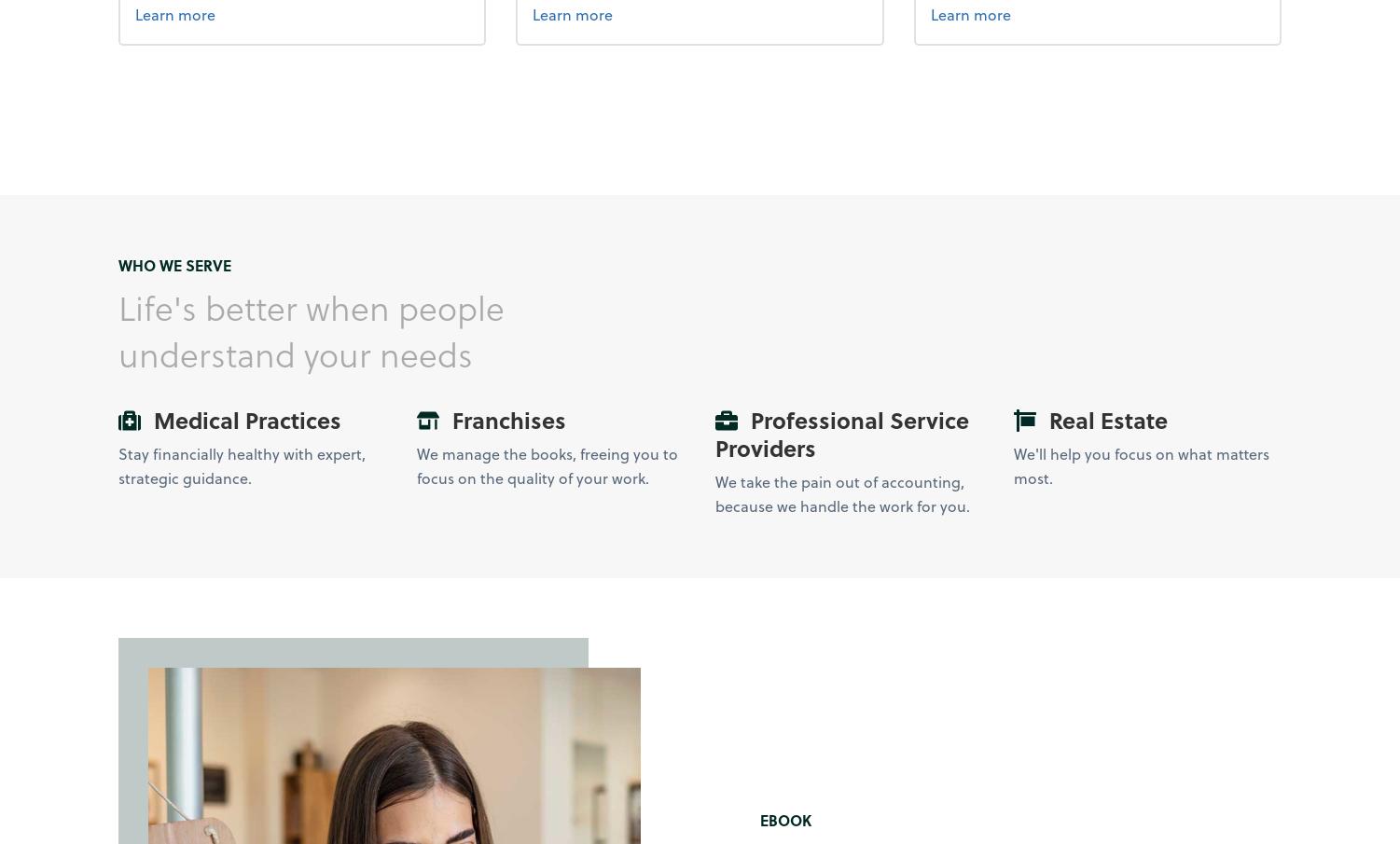 Image resolution: width=1400 pixels, height=844 pixels. I want to click on 'WHO WE SERVE', so click(173, 265).